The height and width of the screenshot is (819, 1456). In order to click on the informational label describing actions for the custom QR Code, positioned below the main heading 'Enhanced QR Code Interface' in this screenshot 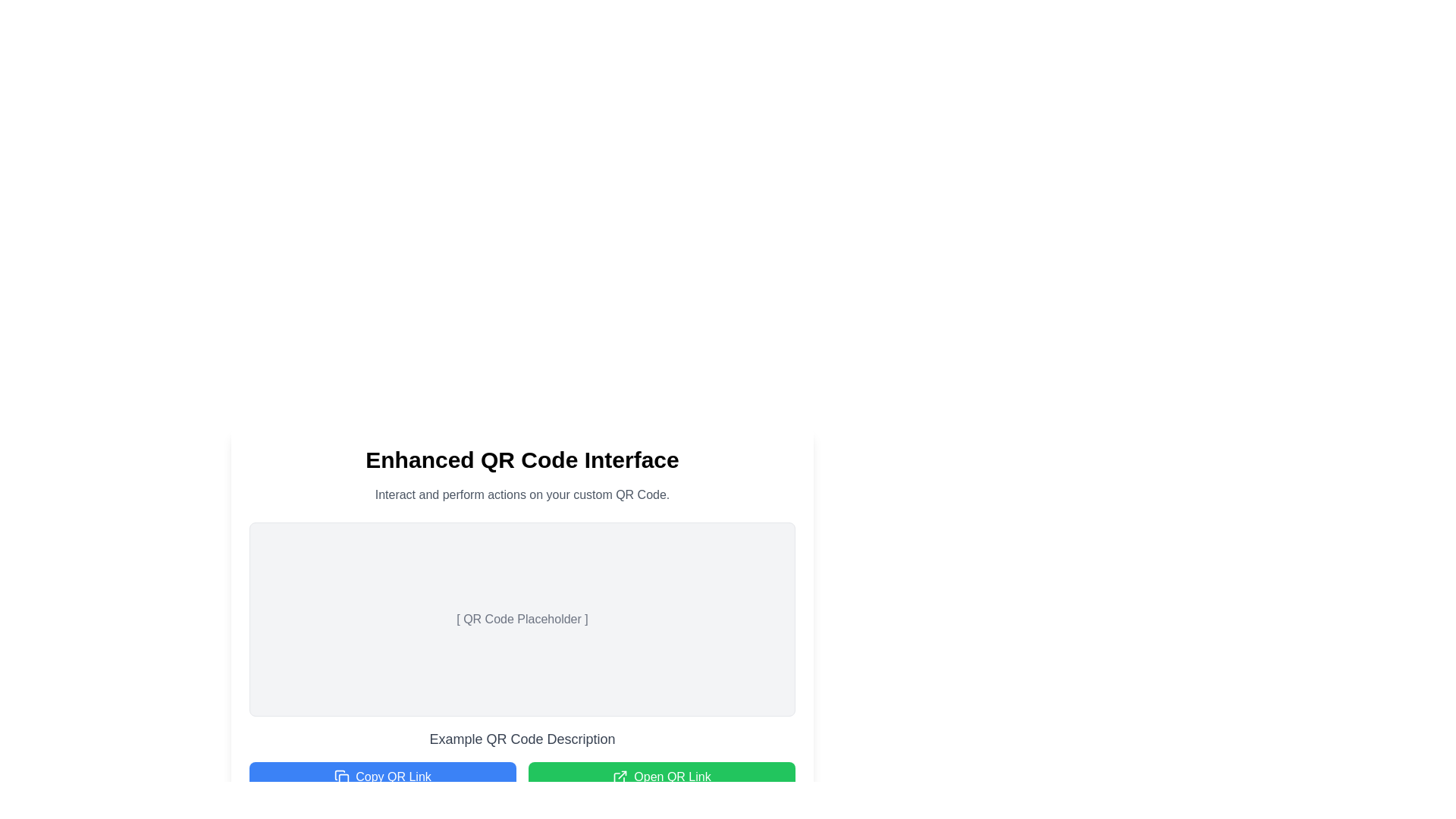, I will do `click(522, 494)`.